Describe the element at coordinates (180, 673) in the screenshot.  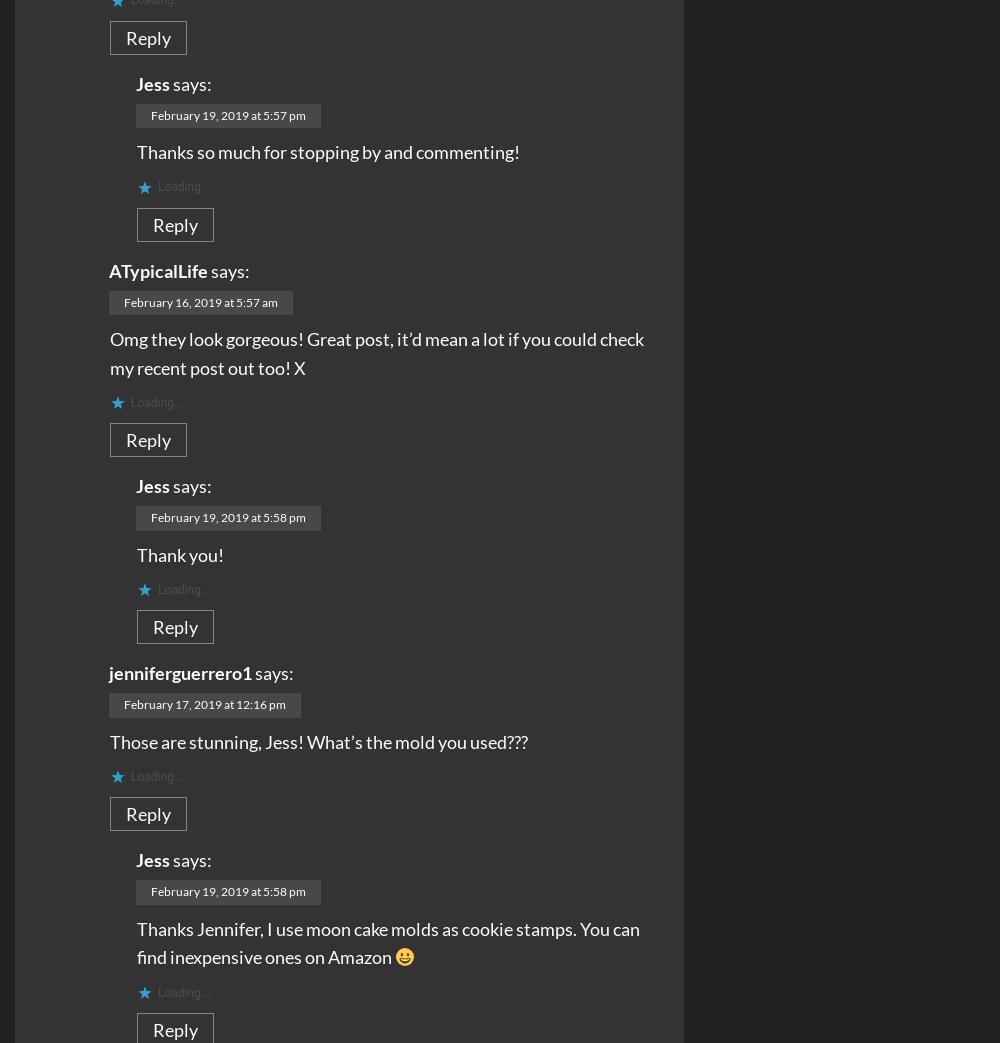
I see `'jenniferguerrero1'` at that location.